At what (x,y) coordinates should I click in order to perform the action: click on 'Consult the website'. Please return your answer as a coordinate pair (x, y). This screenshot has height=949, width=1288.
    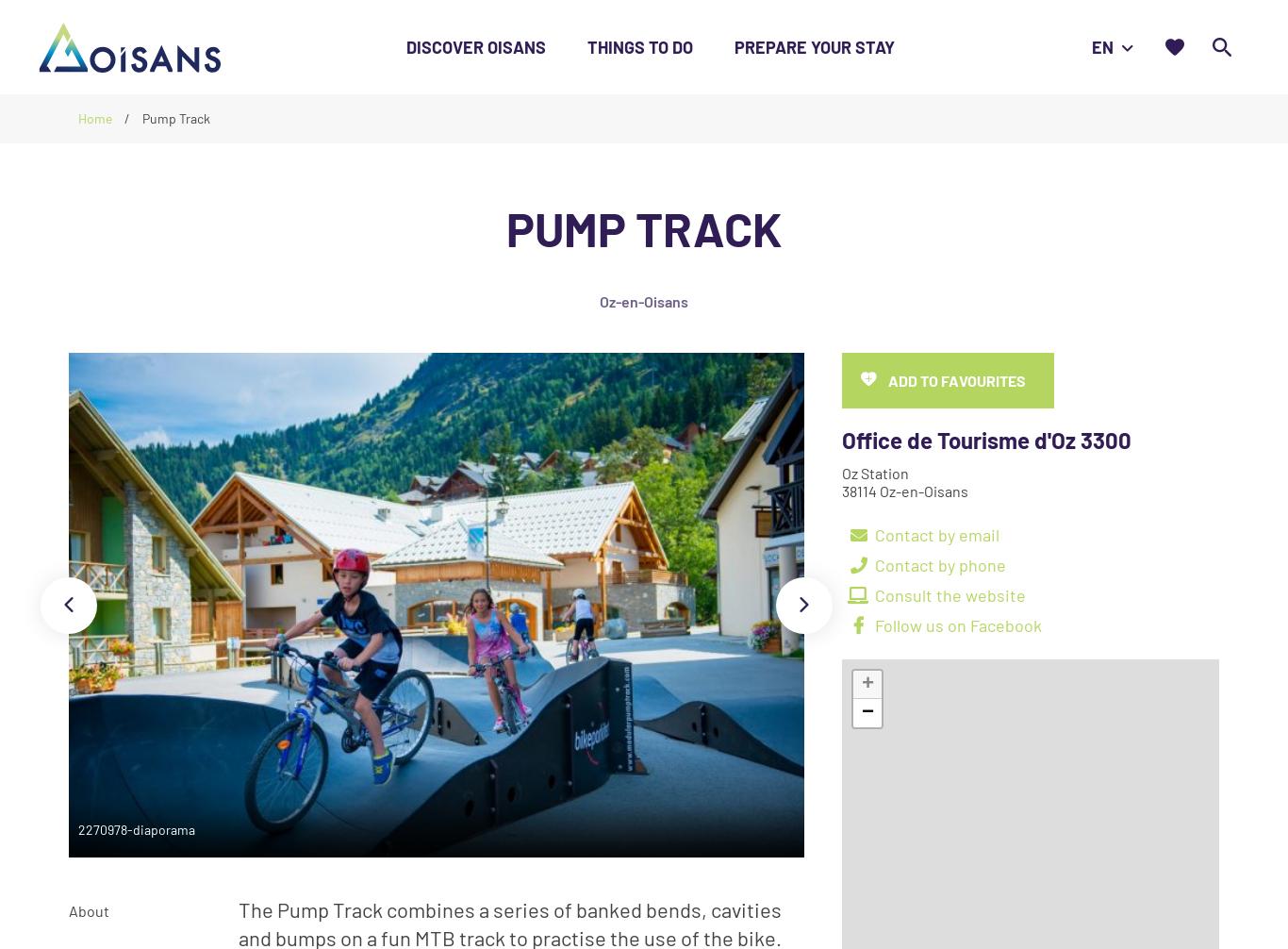
    Looking at the image, I should click on (949, 593).